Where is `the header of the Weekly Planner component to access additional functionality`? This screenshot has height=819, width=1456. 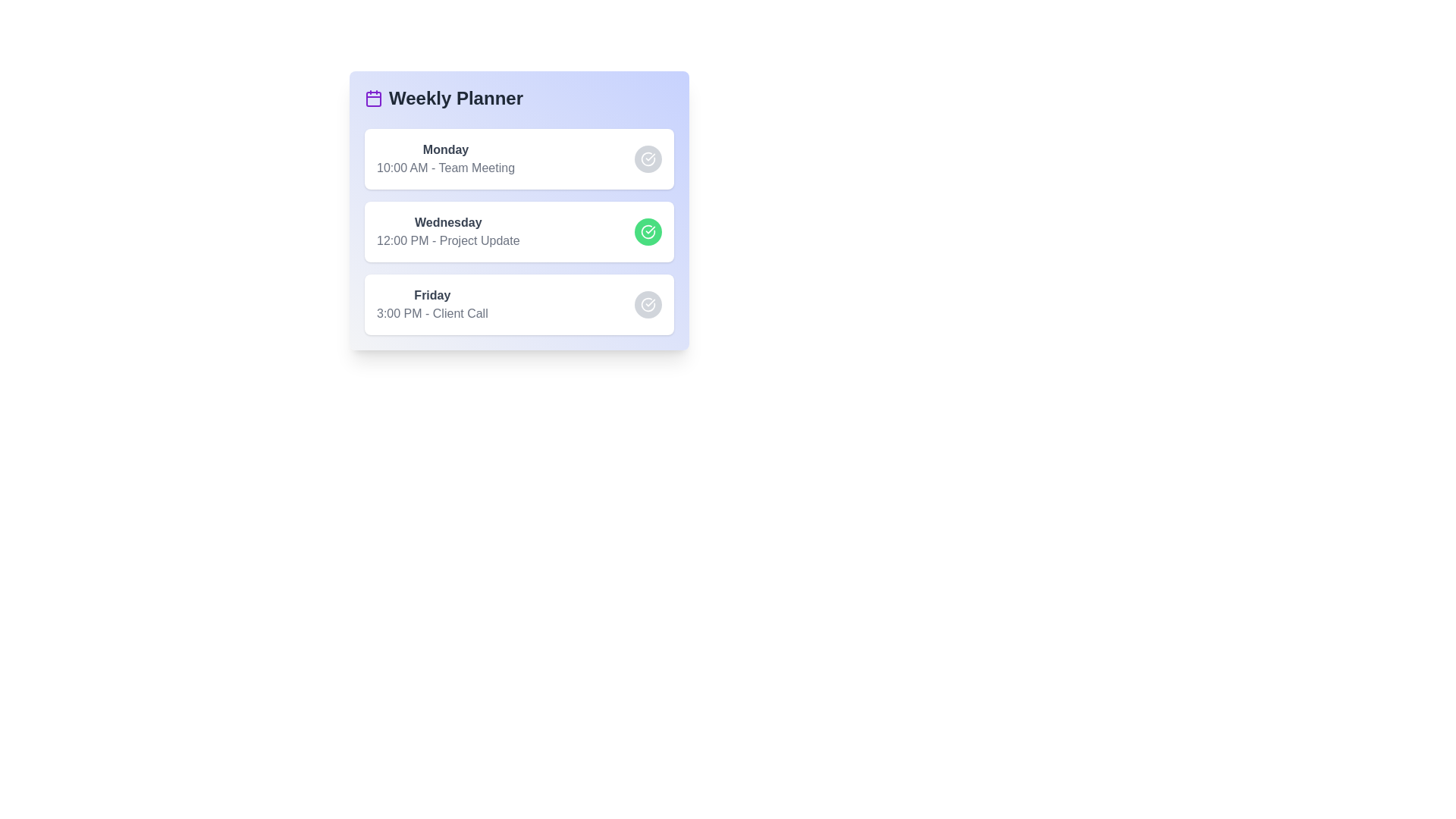 the header of the Weekly Planner component to access additional functionality is located at coordinates (519, 99).